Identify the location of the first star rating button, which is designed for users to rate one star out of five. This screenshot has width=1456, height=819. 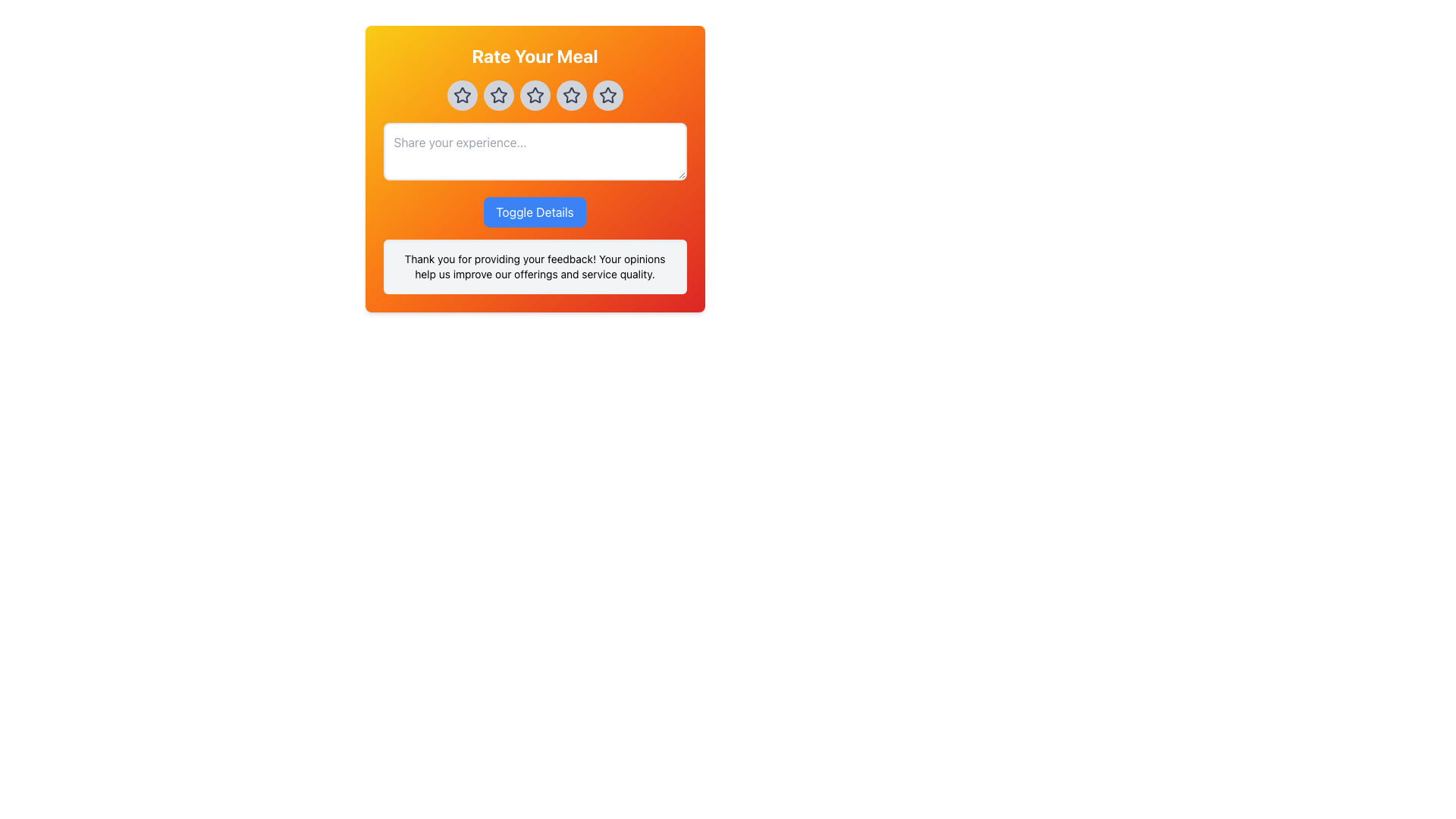
(461, 96).